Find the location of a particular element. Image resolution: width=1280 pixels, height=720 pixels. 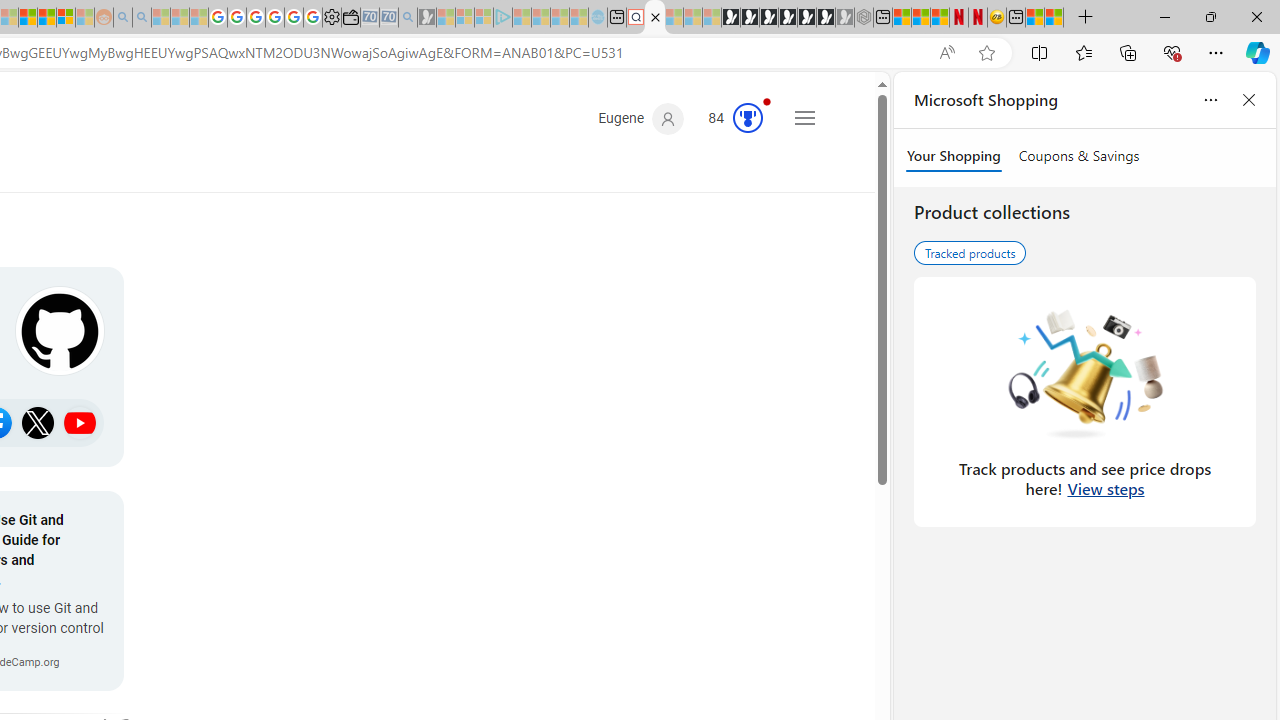

'Class: b_sitlk' is located at coordinates (80, 422).